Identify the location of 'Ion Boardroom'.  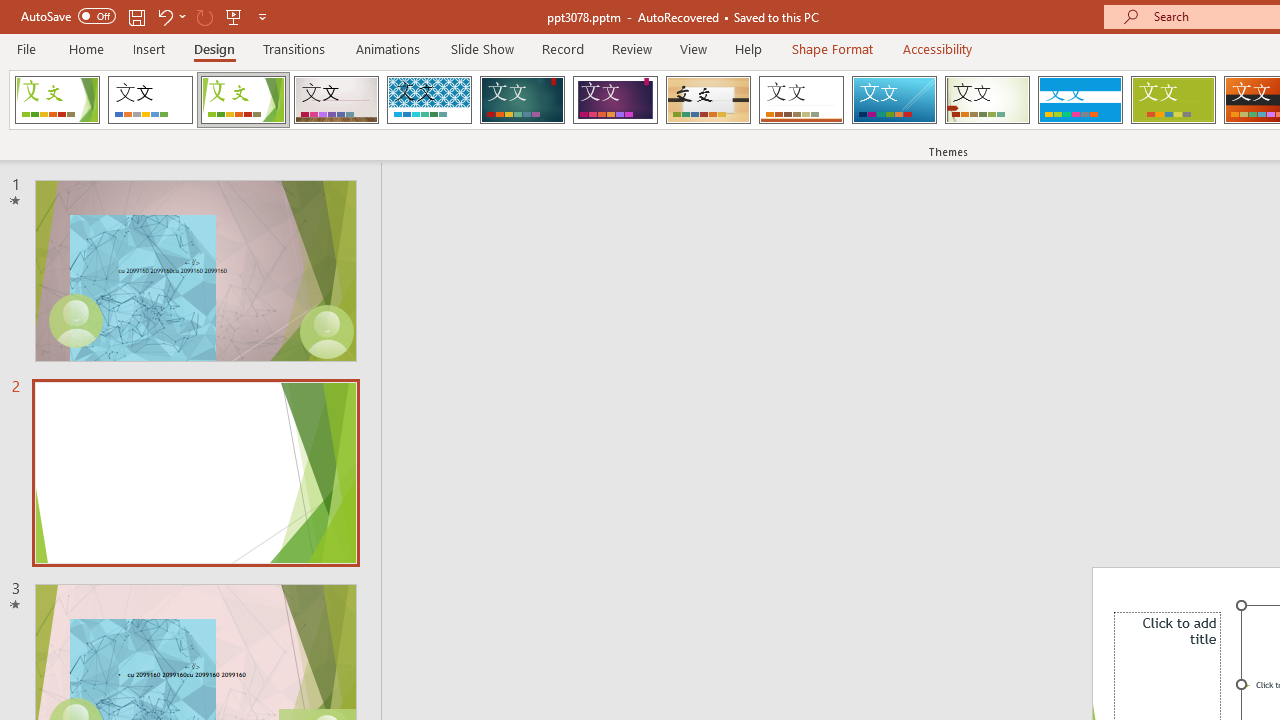
(614, 100).